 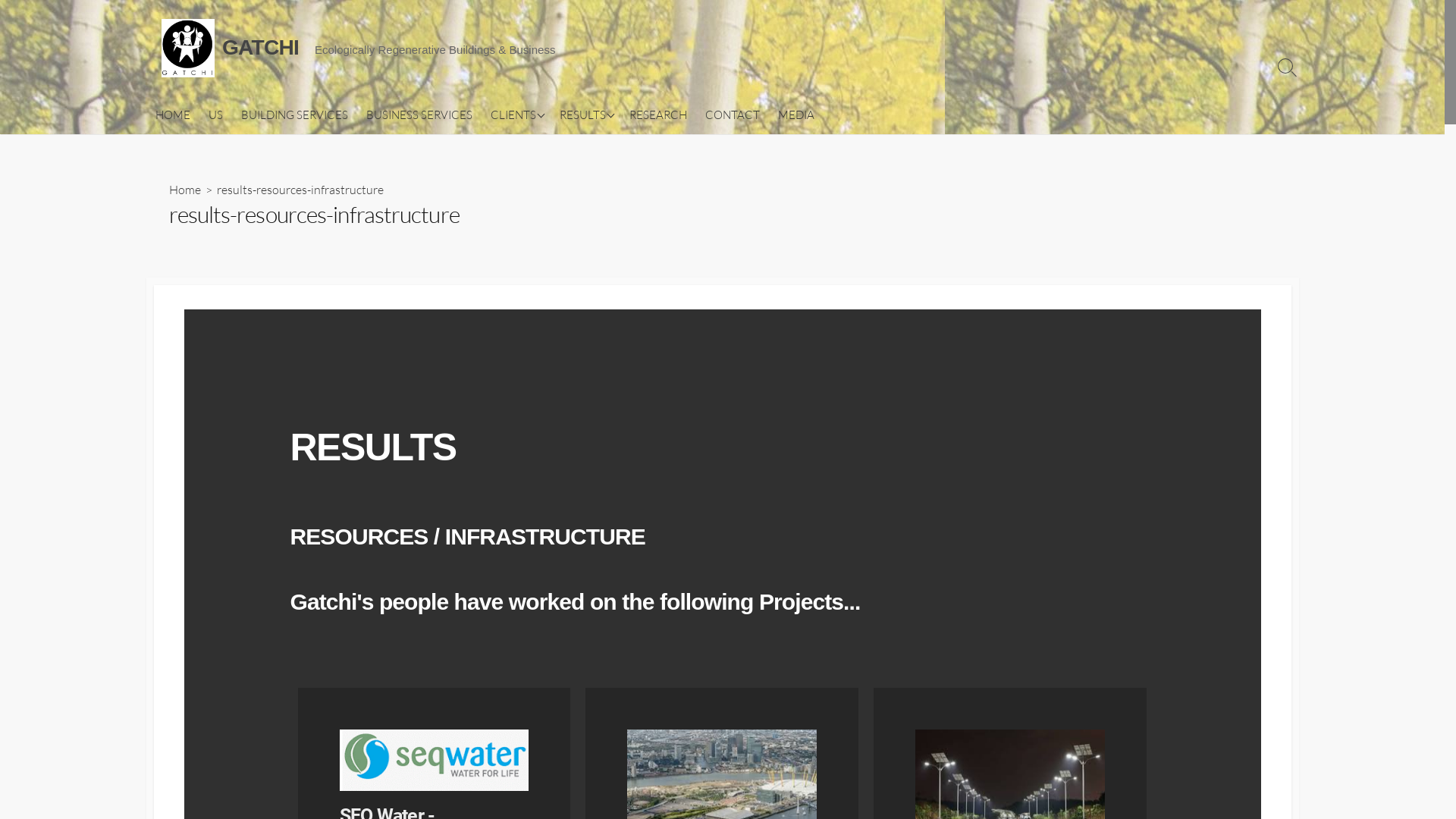 I want to click on 'RESEARCH', so click(x=658, y=114).